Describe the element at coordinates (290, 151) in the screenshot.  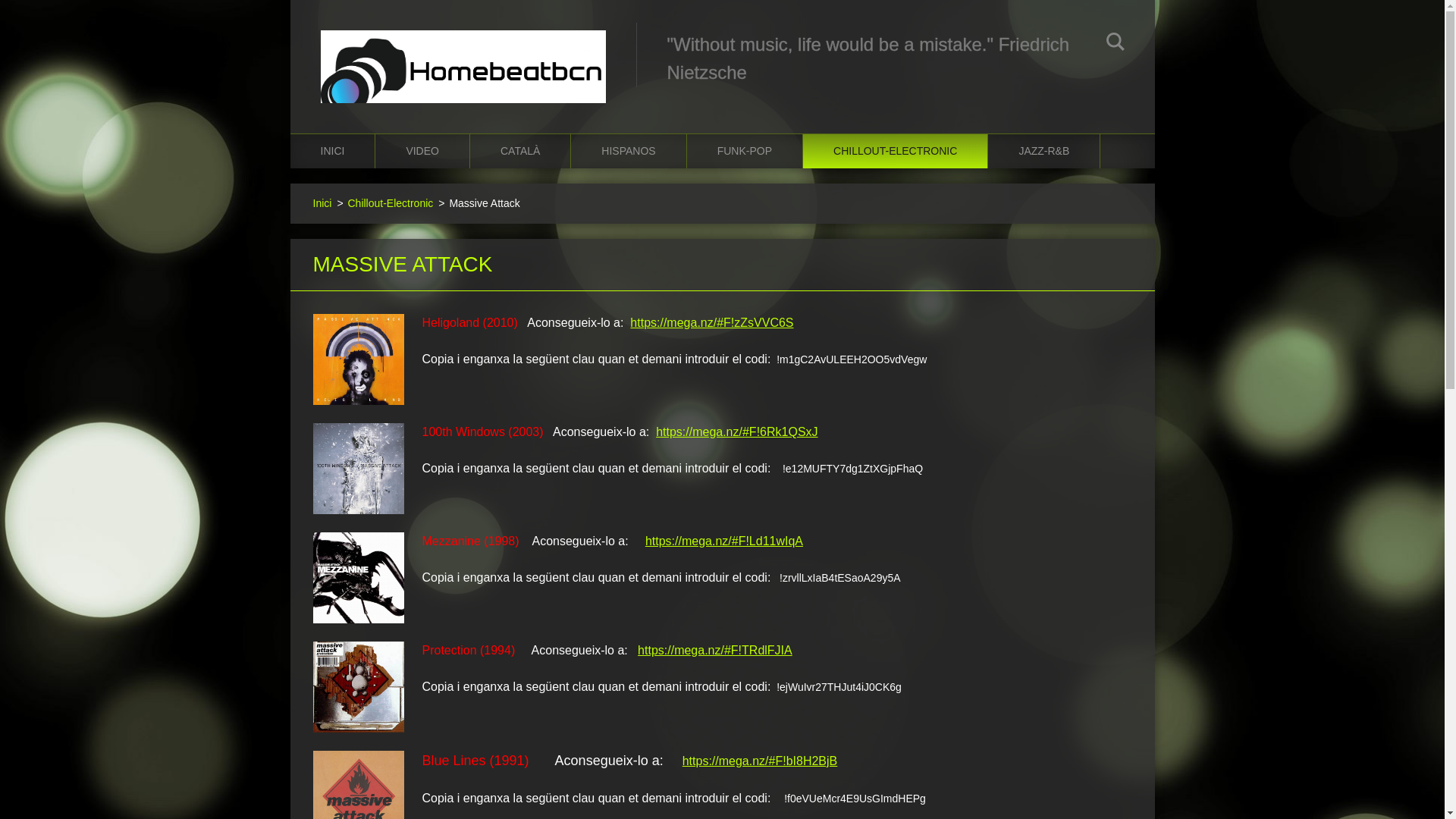
I see `'INICI'` at that location.